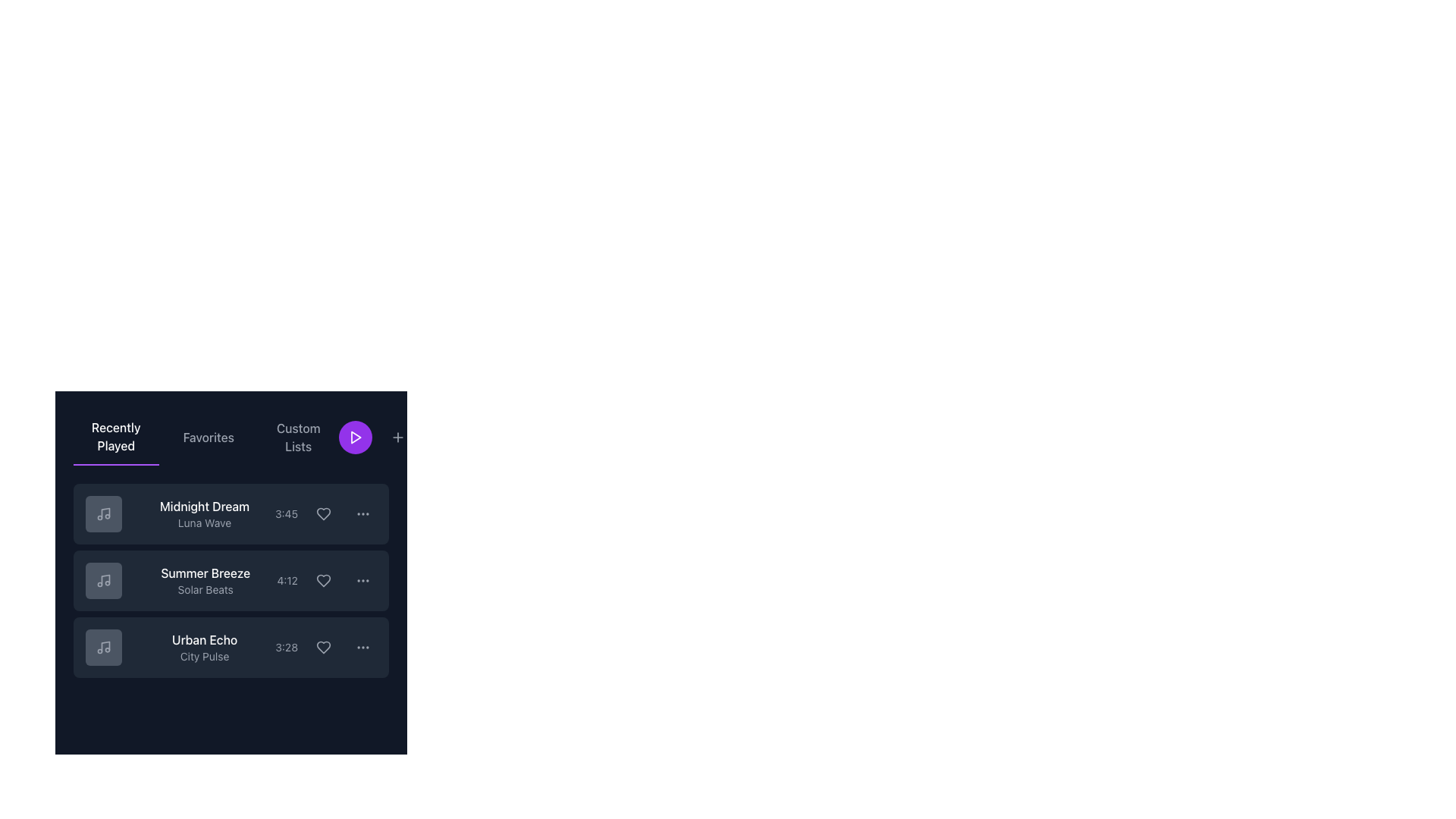 The height and width of the screenshot is (819, 1456). Describe the element at coordinates (103, 647) in the screenshot. I see `the Icon Button with a dark gray background and a white music note icon, located in the third item of the 'Recently Played' list` at that location.